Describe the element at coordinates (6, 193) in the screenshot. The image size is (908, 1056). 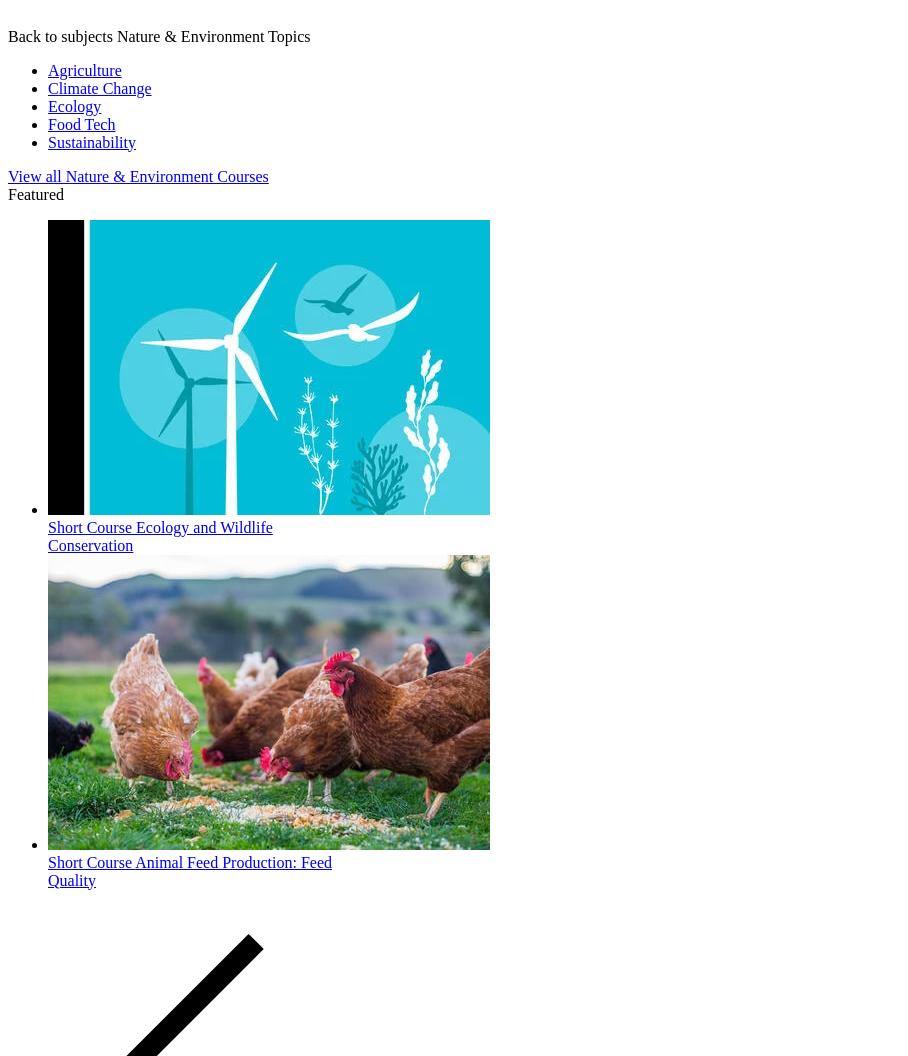
I see `'Featured'` at that location.